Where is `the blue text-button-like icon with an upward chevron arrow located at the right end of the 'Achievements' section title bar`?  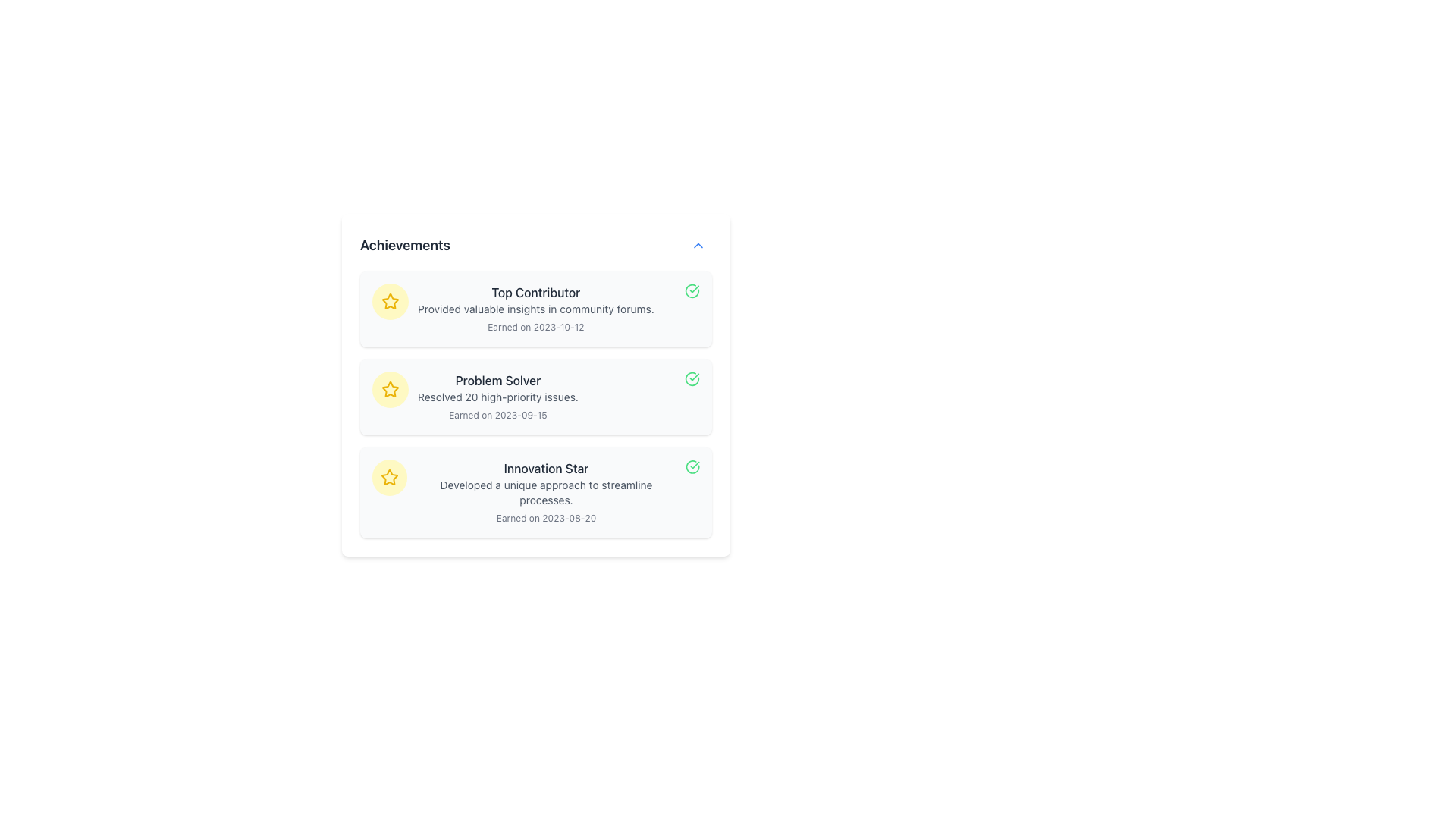
the blue text-button-like icon with an upward chevron arrow located at the right end of the 'Achievements' section title bar is located at coordinates (698, 245).